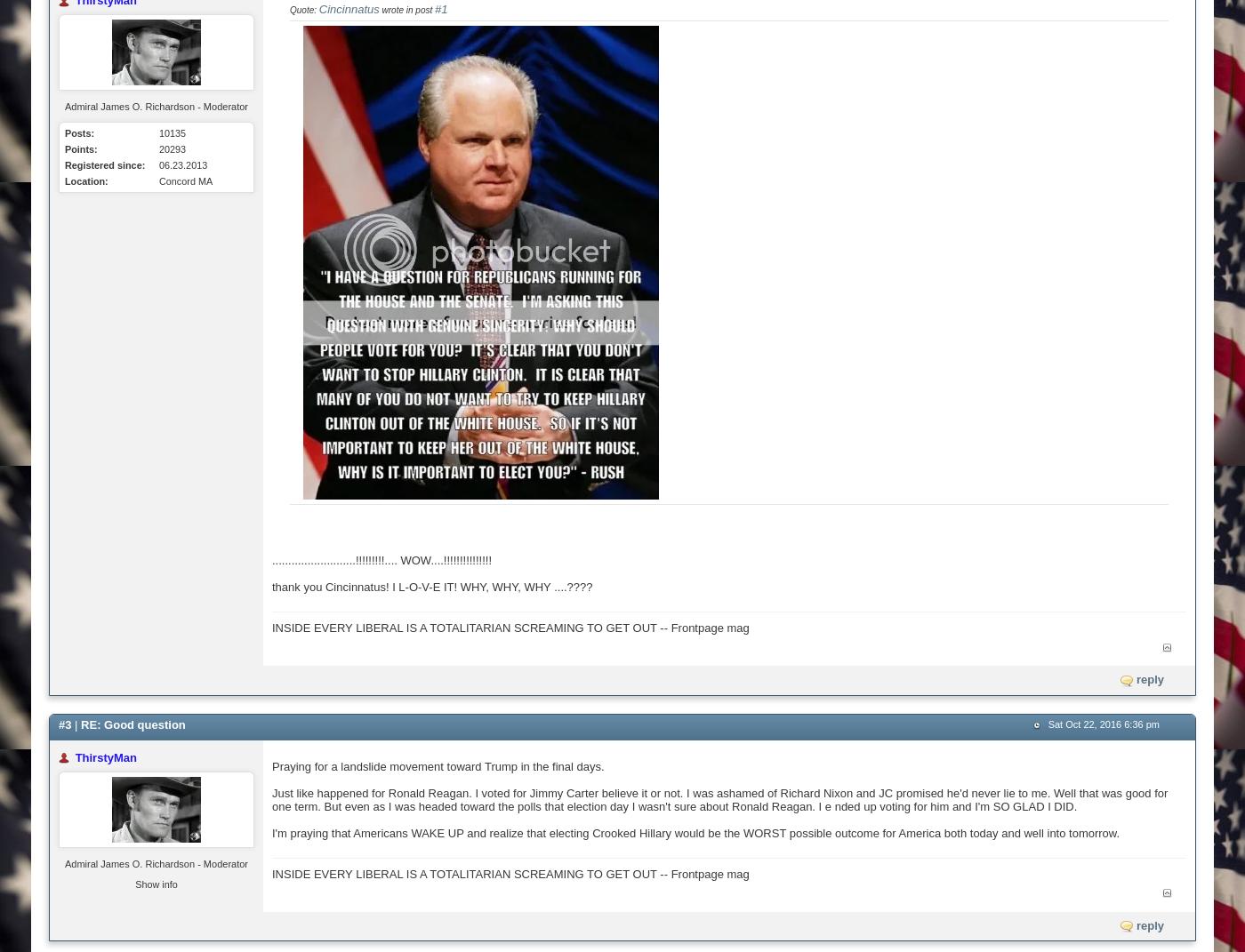  I want to click on 'wrote in post', so click(406, 9).